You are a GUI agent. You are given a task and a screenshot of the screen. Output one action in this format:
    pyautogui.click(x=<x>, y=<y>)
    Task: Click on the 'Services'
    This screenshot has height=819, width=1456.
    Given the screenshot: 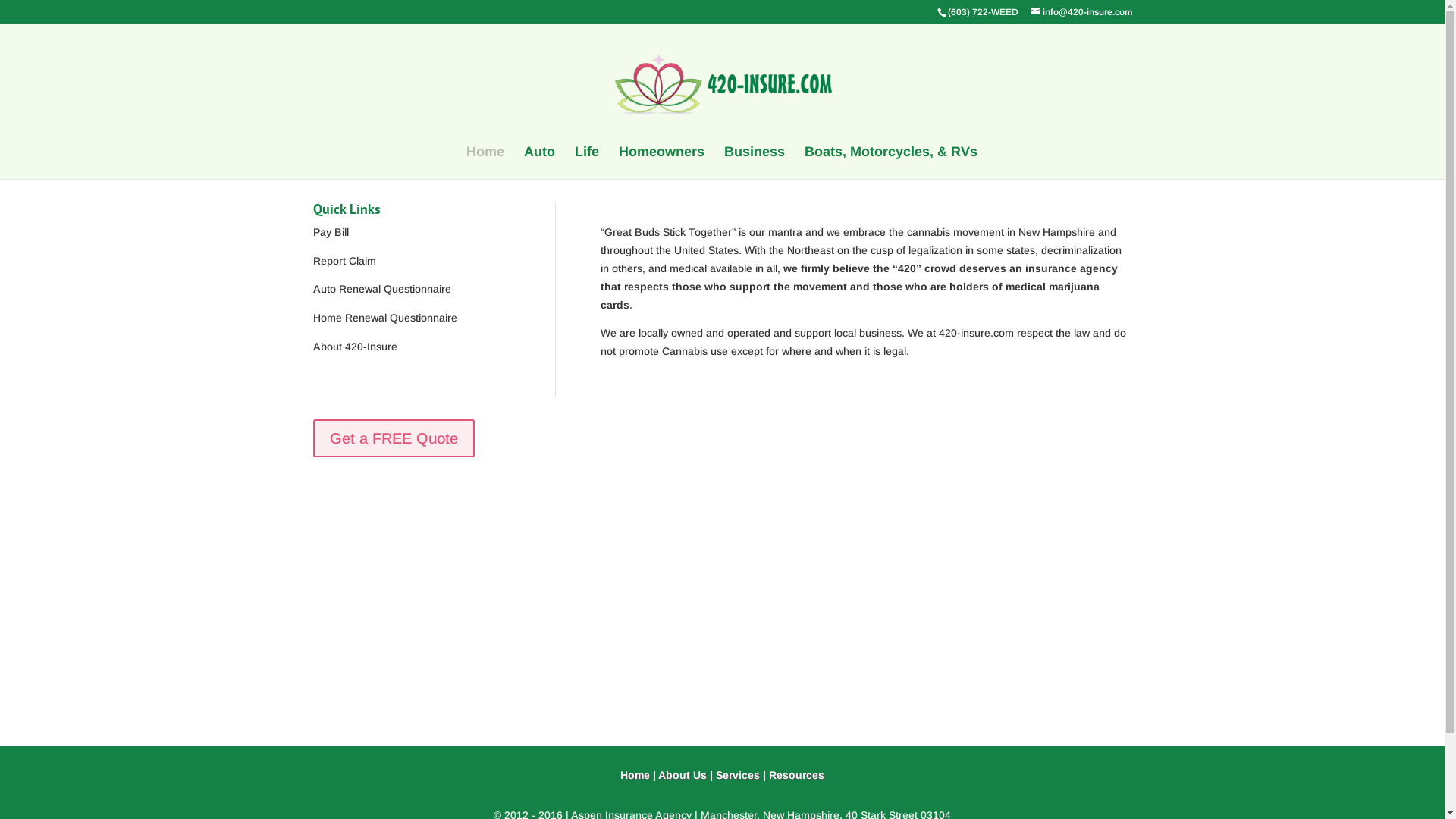 What is the action you would take?
    pyautogui.click(x=738, y=775)
    